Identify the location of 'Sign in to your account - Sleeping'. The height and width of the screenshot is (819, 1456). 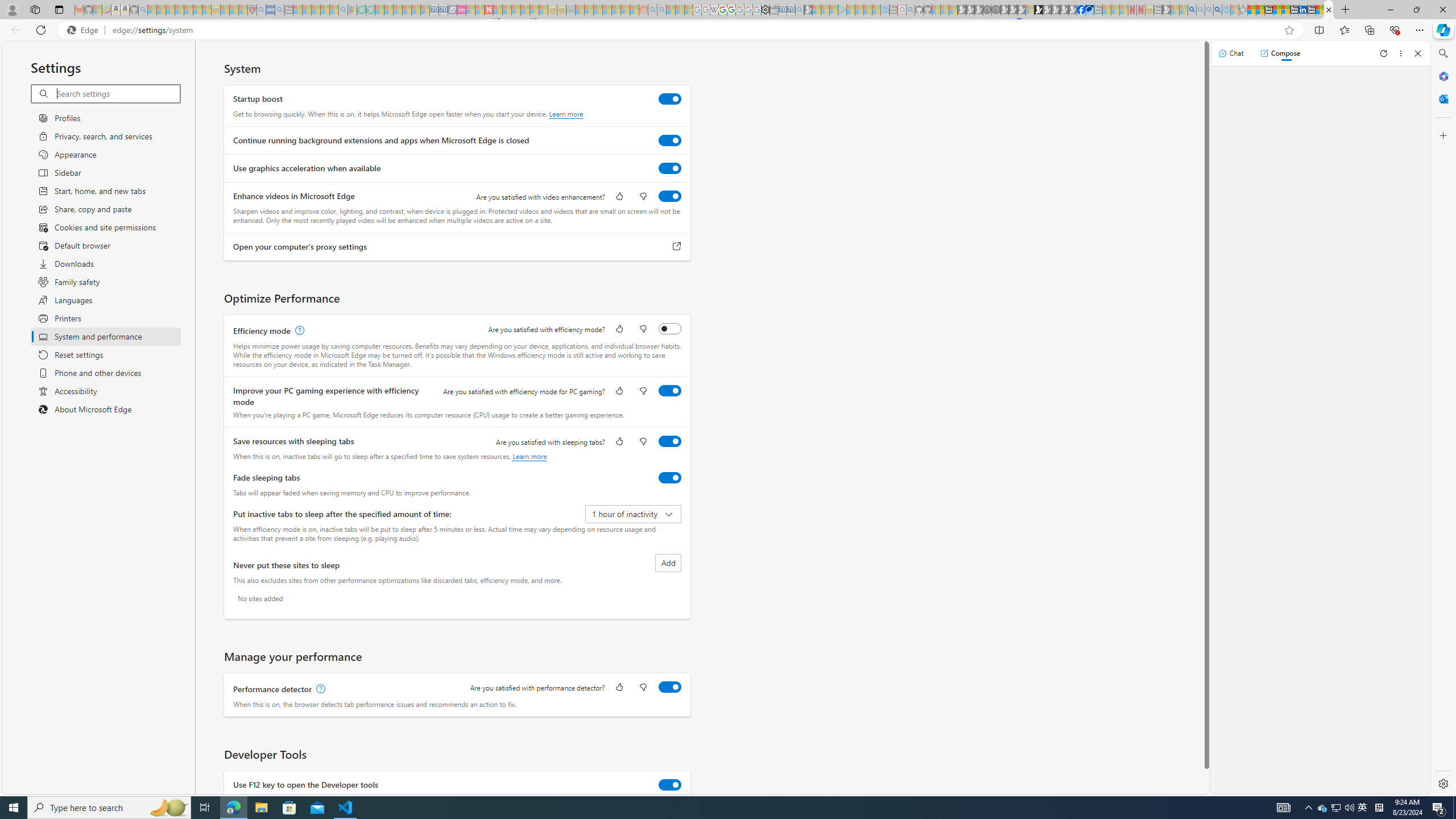
(1029, 9).